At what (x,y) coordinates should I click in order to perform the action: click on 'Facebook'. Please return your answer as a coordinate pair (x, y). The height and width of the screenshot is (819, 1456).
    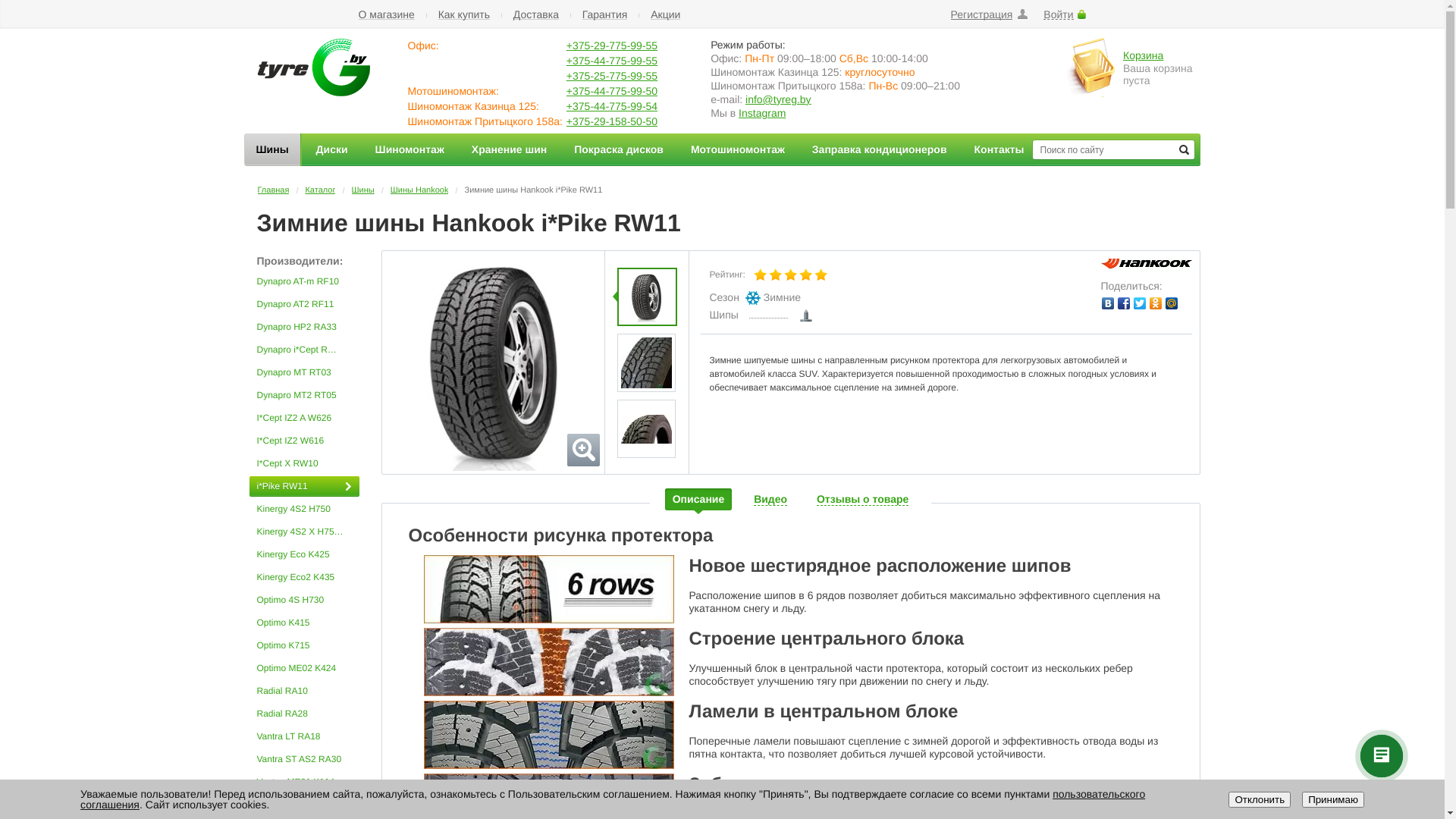
    Looking at the image, I should click on (1116, 303).